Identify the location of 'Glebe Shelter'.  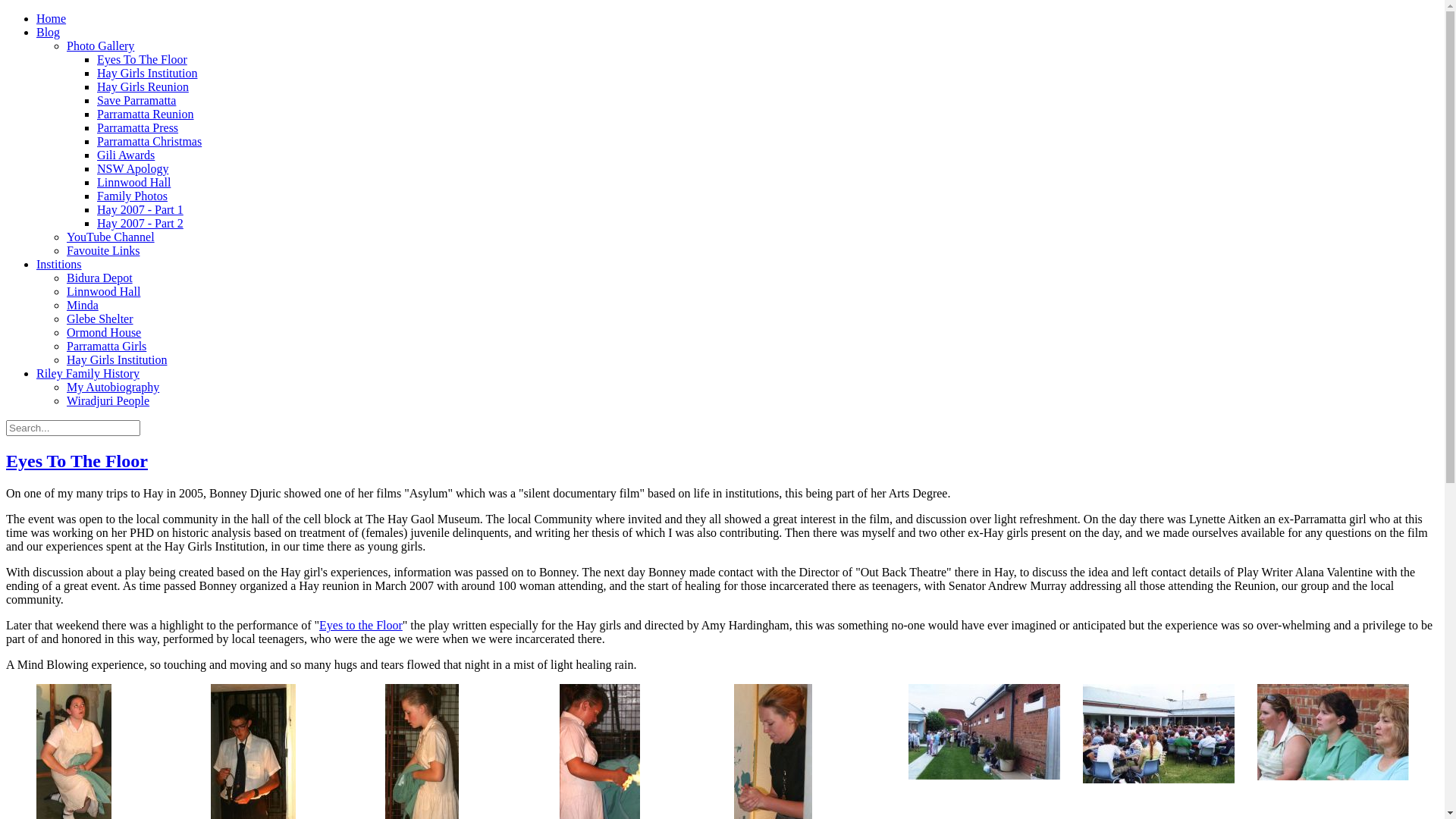
(99, 318).